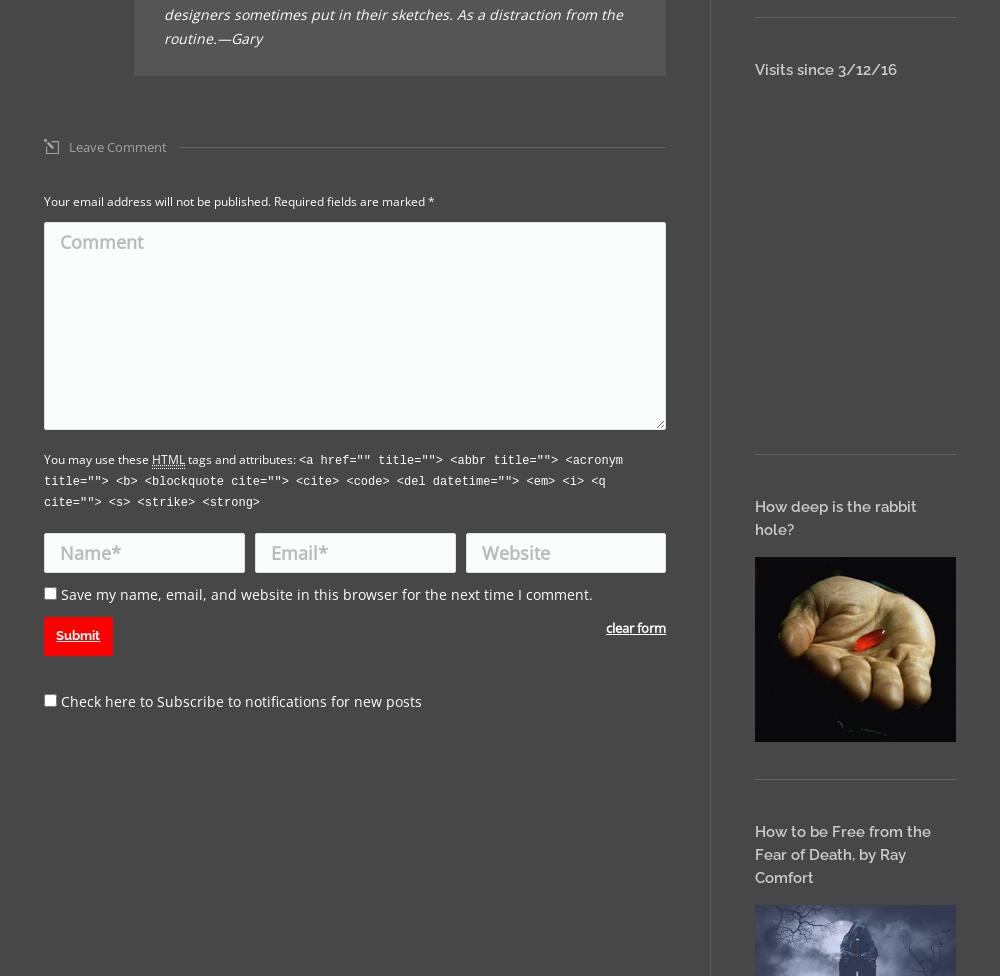  I want to click on 'You may use these', so click(44, 458).